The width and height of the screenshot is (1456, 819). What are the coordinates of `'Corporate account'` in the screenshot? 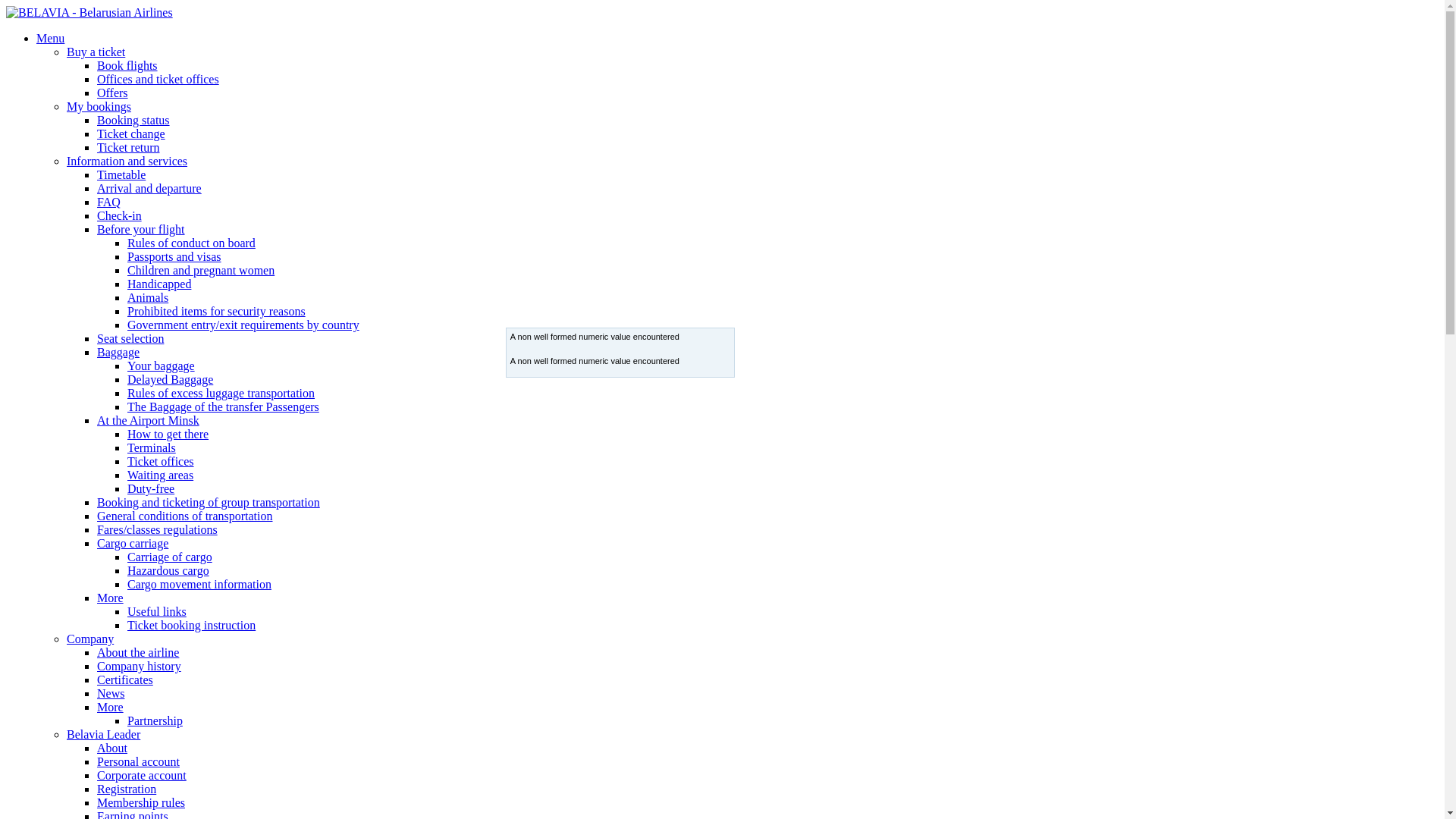 It's located at (142, 775).